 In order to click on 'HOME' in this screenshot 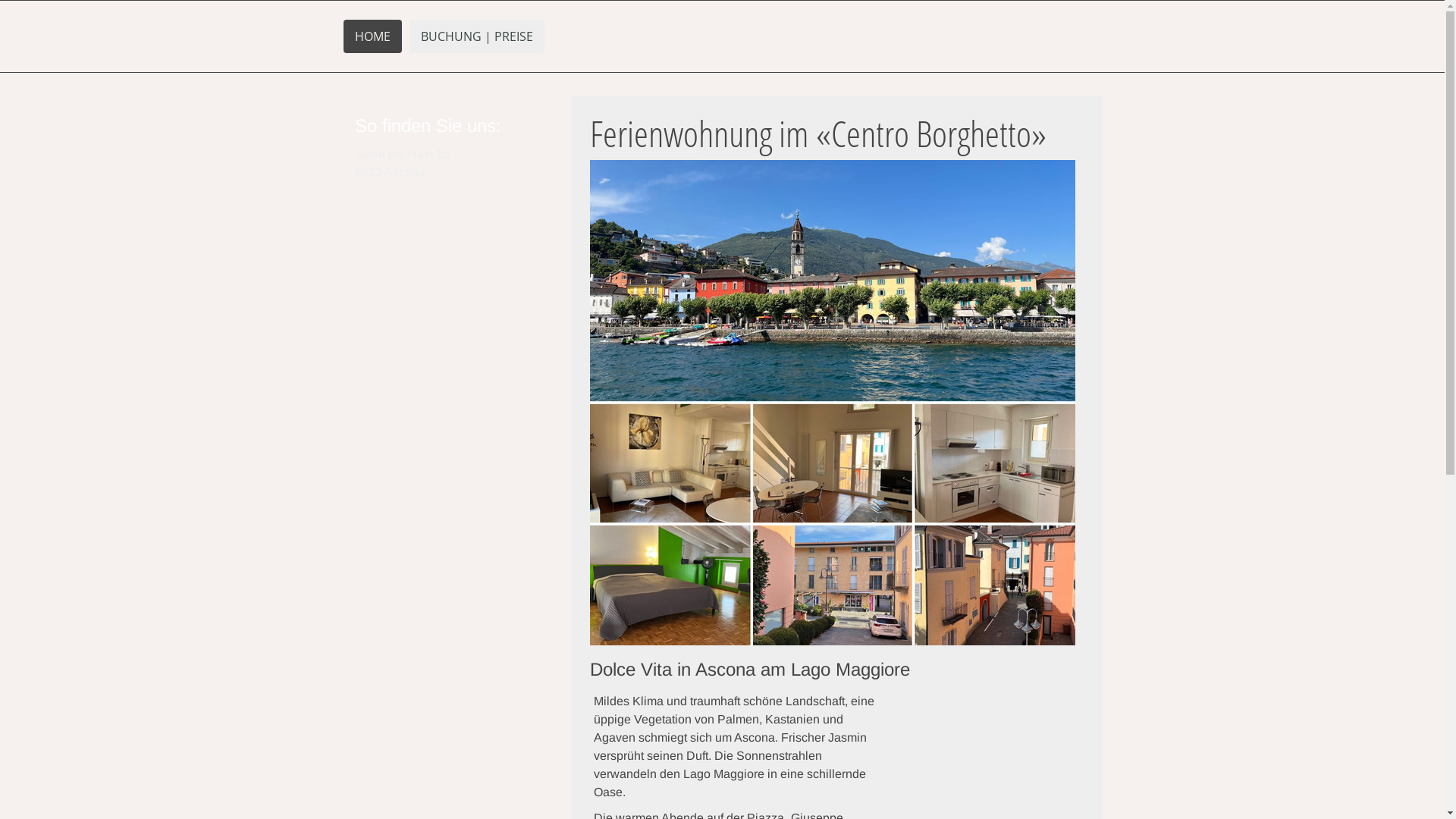, I will do `click(372, 35)`.